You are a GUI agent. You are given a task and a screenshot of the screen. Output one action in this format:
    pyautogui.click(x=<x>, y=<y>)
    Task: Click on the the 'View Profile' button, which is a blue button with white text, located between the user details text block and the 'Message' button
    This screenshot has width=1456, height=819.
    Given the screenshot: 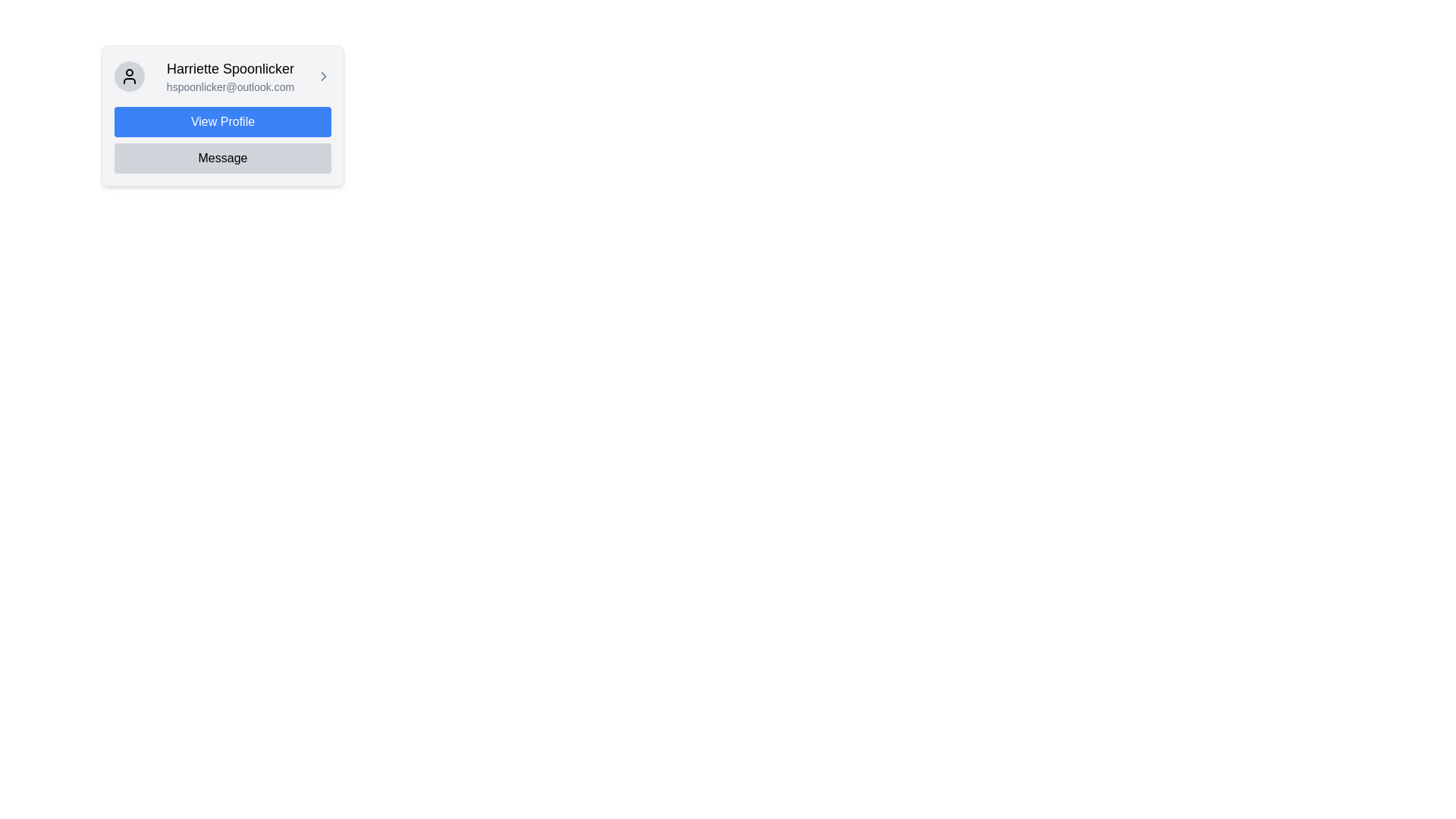 What is the action you would take?
    pyautogui.click(x=221, y=121)
    